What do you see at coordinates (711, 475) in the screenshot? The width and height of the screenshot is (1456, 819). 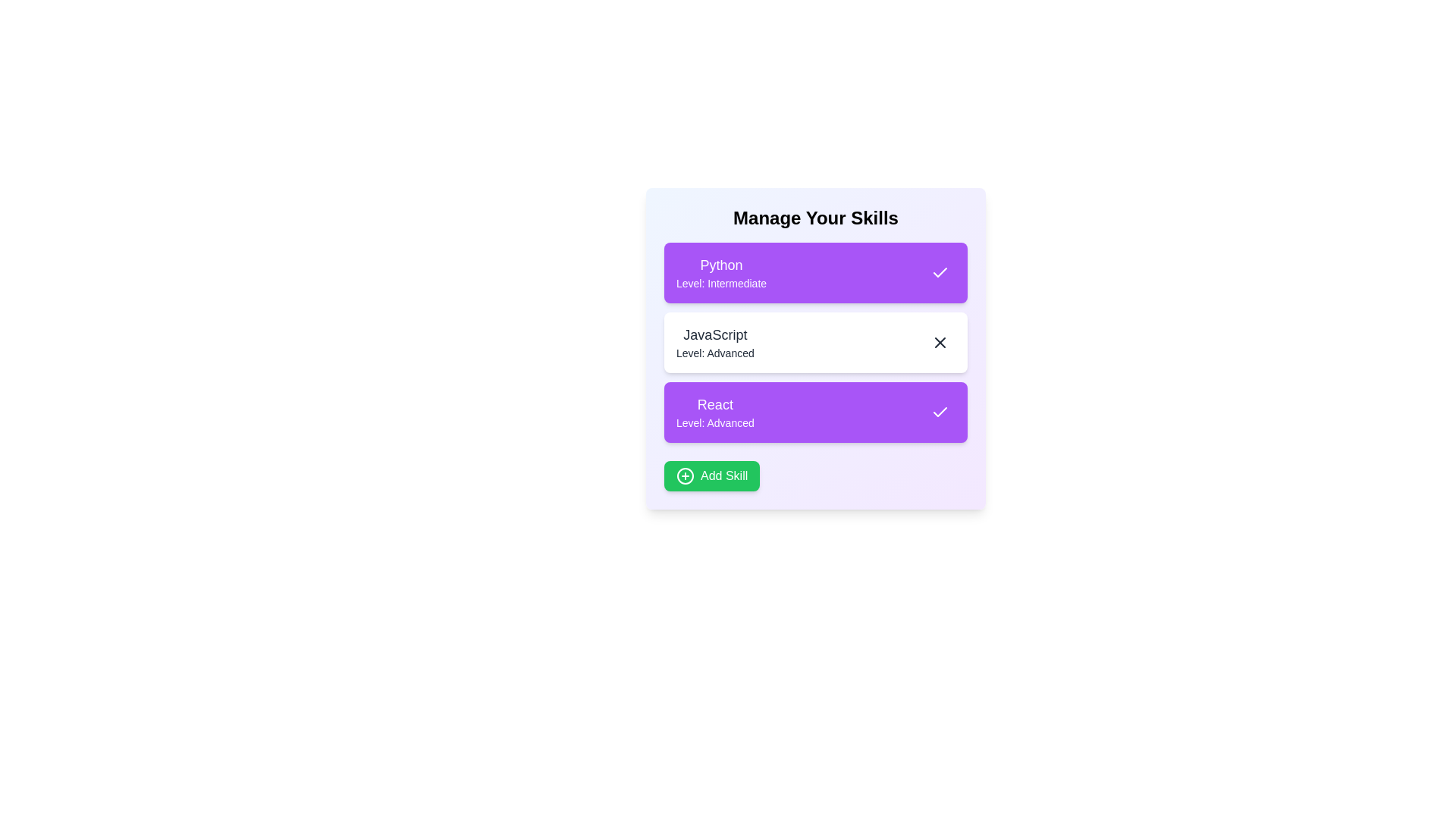 I see `the 'Add Skill' button to trigger the action of adding a new skill` at bounding box center [711, 475].